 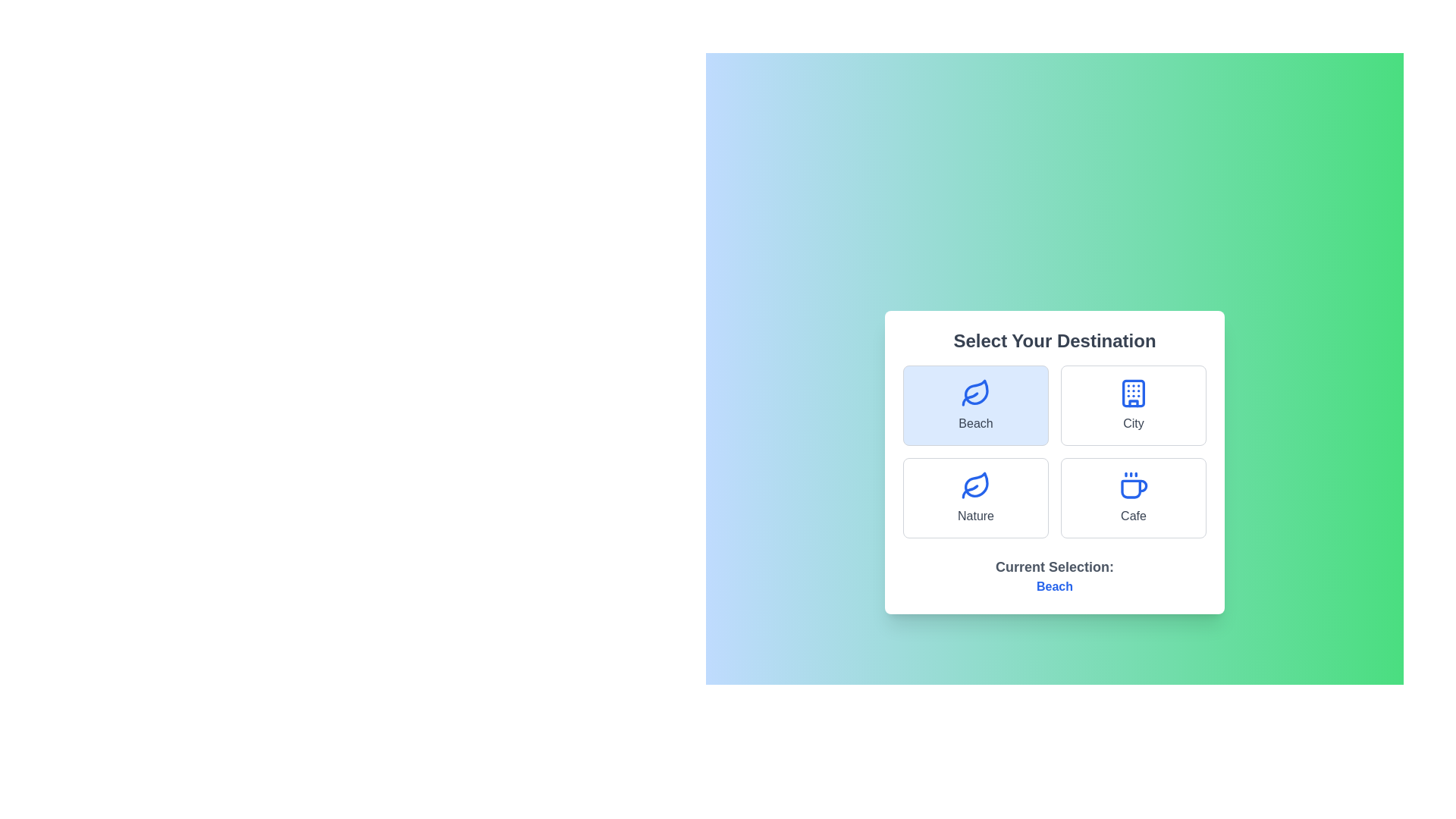 I want to click on the Cafe option to observe the visual feedback, so click(x=1133, y=497).